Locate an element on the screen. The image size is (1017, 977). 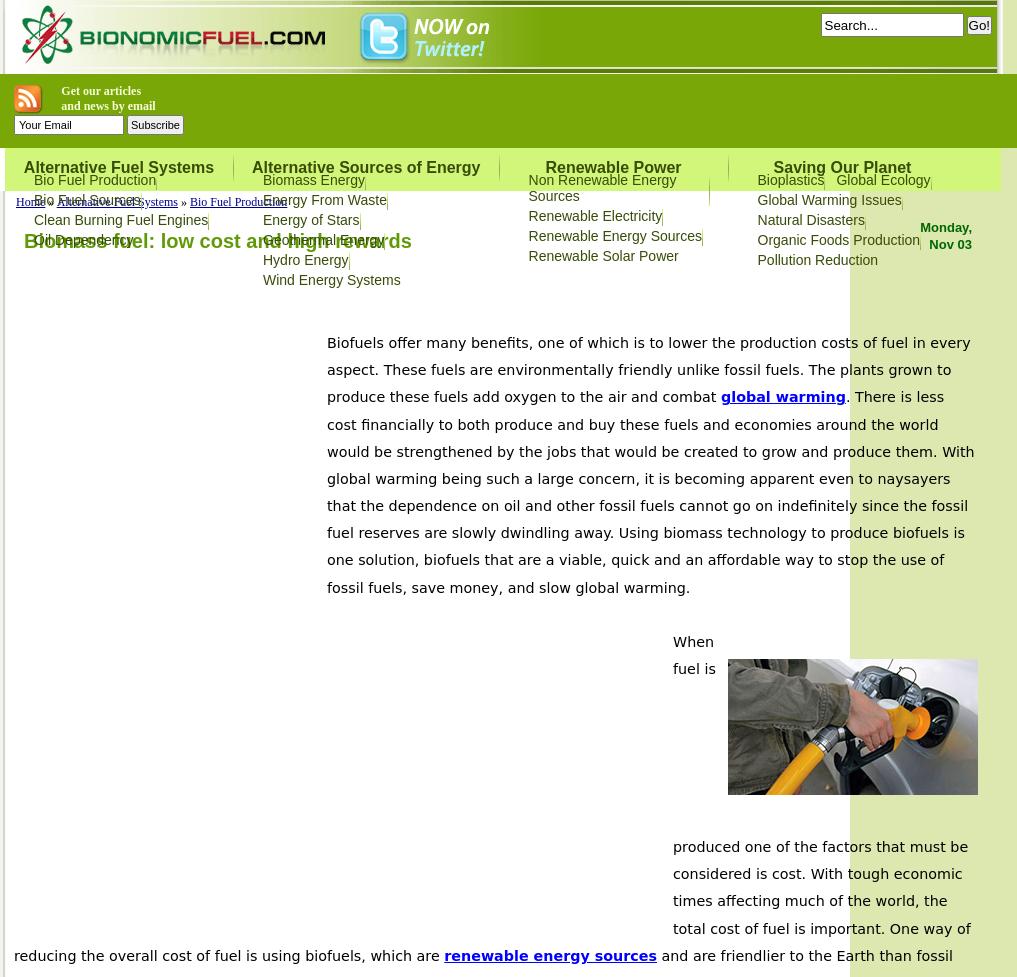
'renewable energy sources' is located at coordinates (549, 954).